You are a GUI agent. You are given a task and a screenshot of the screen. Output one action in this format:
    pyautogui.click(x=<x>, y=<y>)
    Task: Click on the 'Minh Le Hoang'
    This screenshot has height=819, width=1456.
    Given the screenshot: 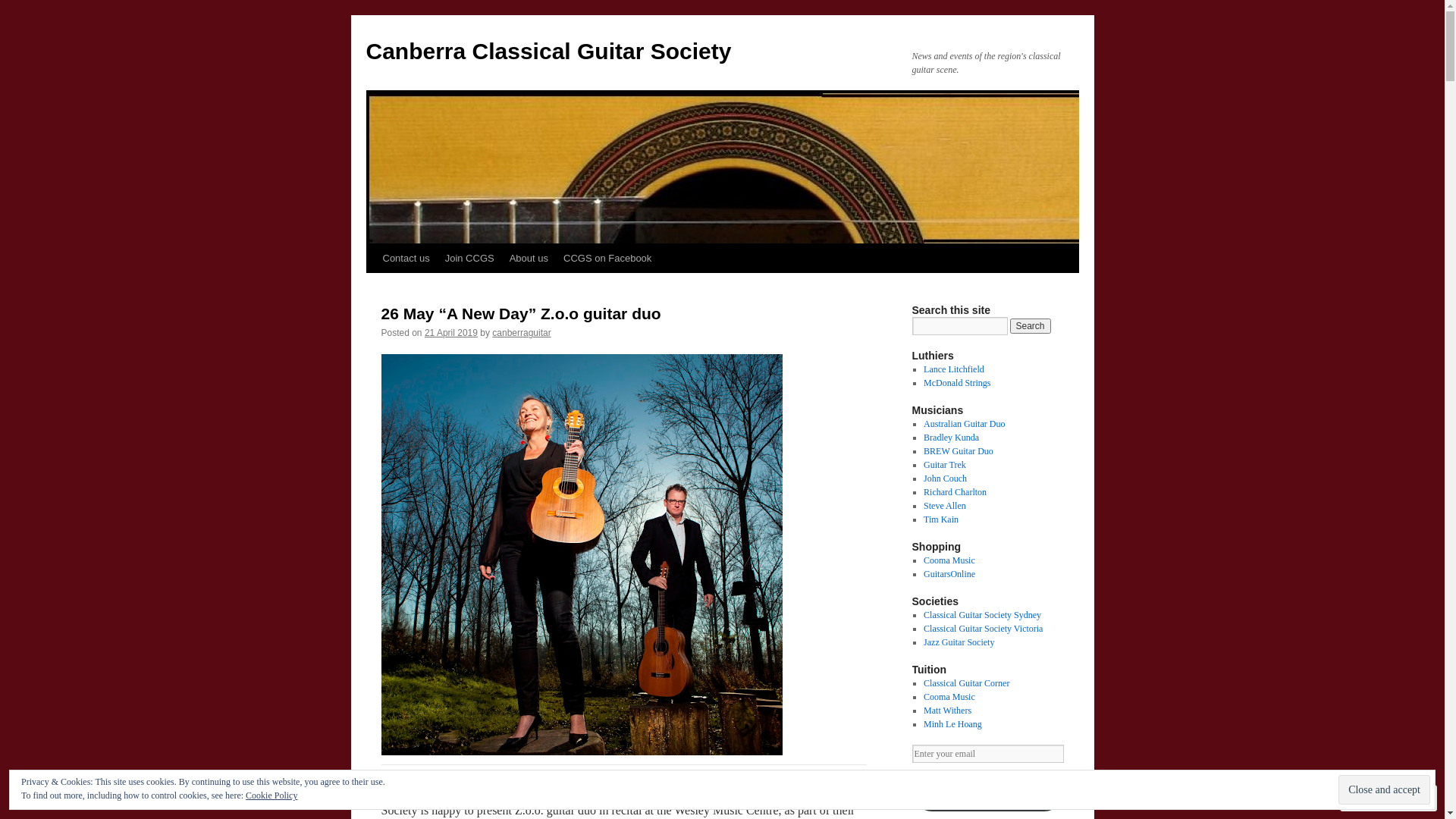 What is the action you would take?
    pyautogui.click(x=952, y=723)
    